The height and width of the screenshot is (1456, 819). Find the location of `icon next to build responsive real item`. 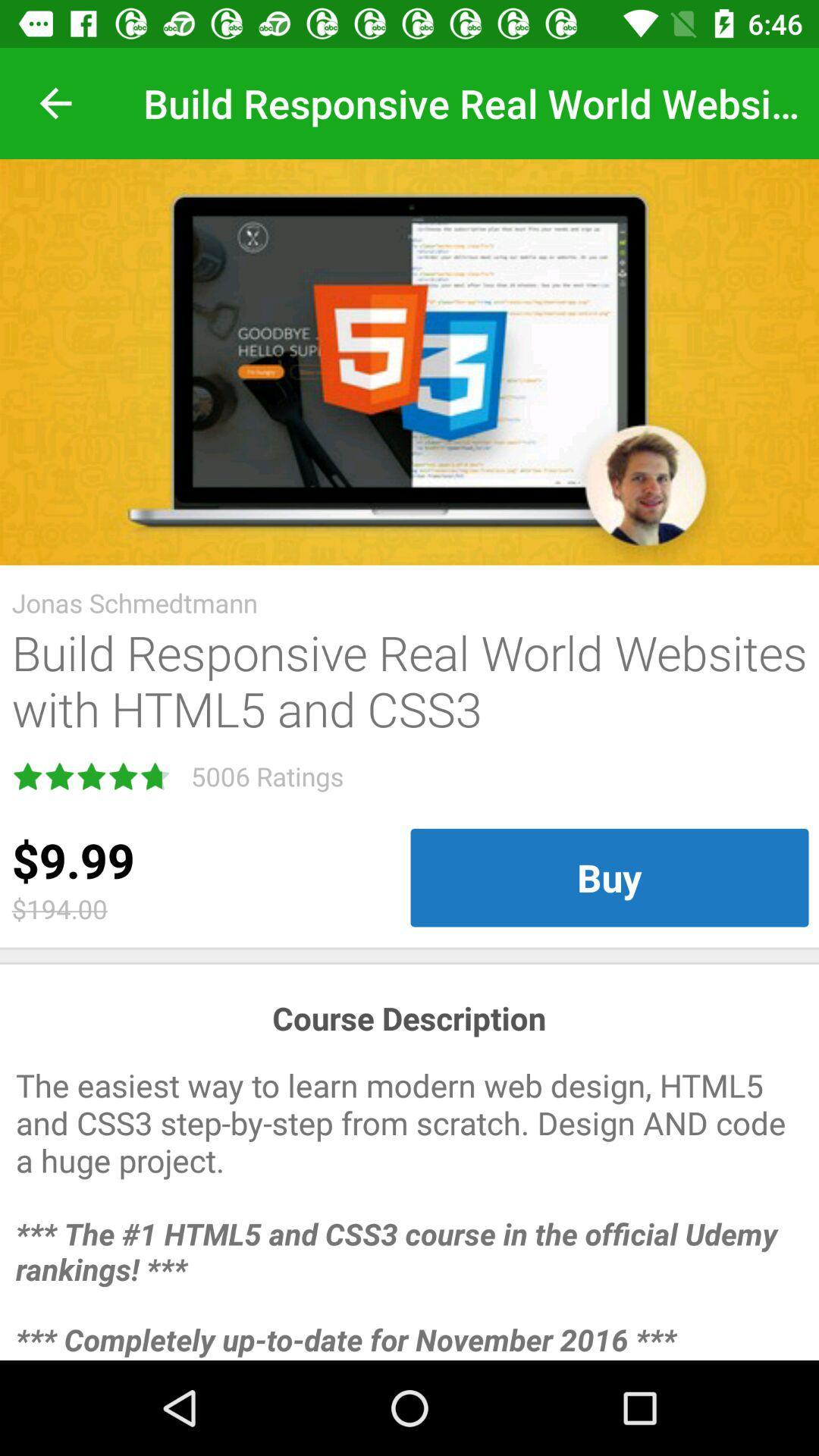

icon next to build responsive real item is located at coordinates (55, 102).